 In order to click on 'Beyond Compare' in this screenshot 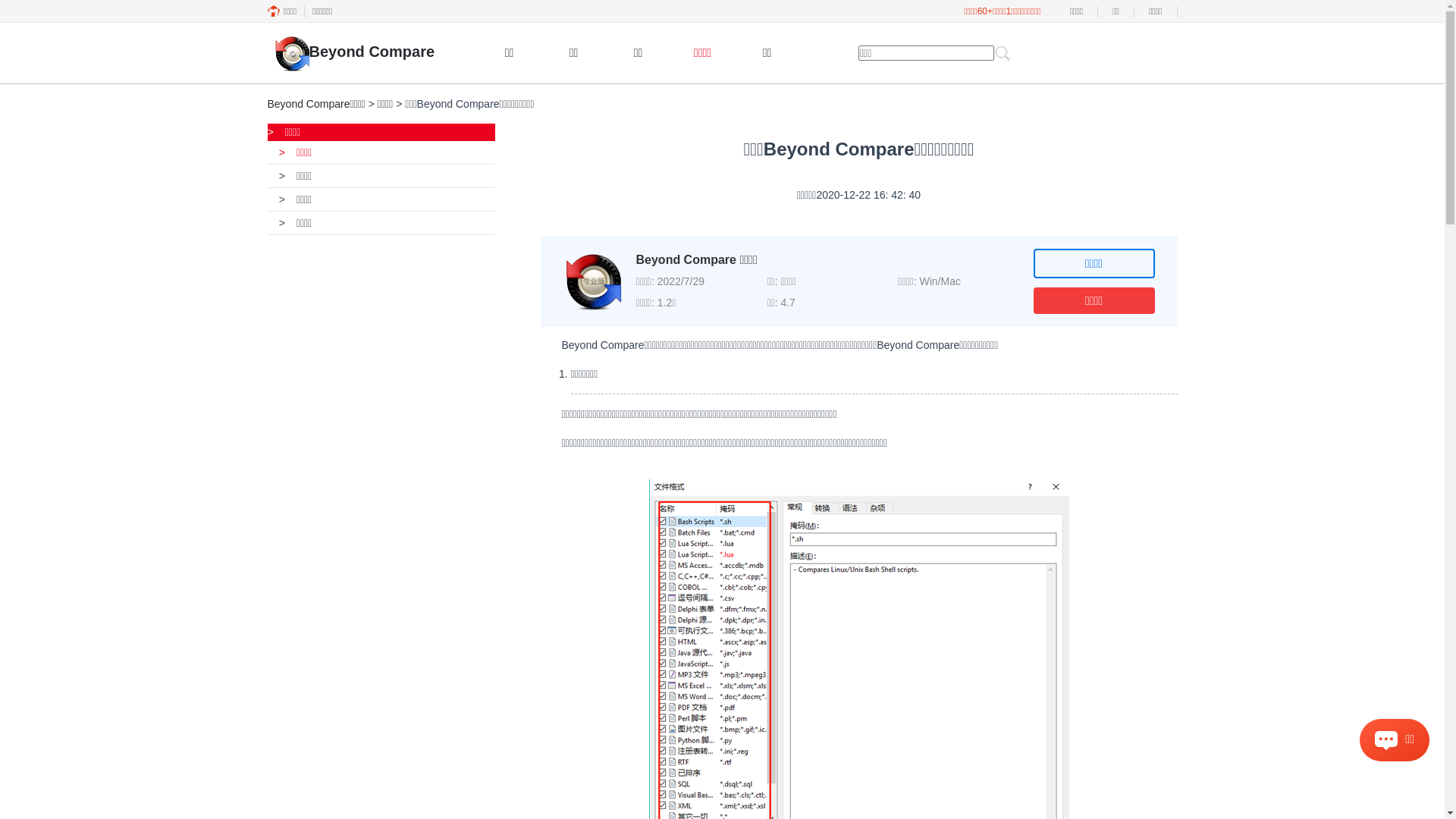, I will do `click(350, 52)`.